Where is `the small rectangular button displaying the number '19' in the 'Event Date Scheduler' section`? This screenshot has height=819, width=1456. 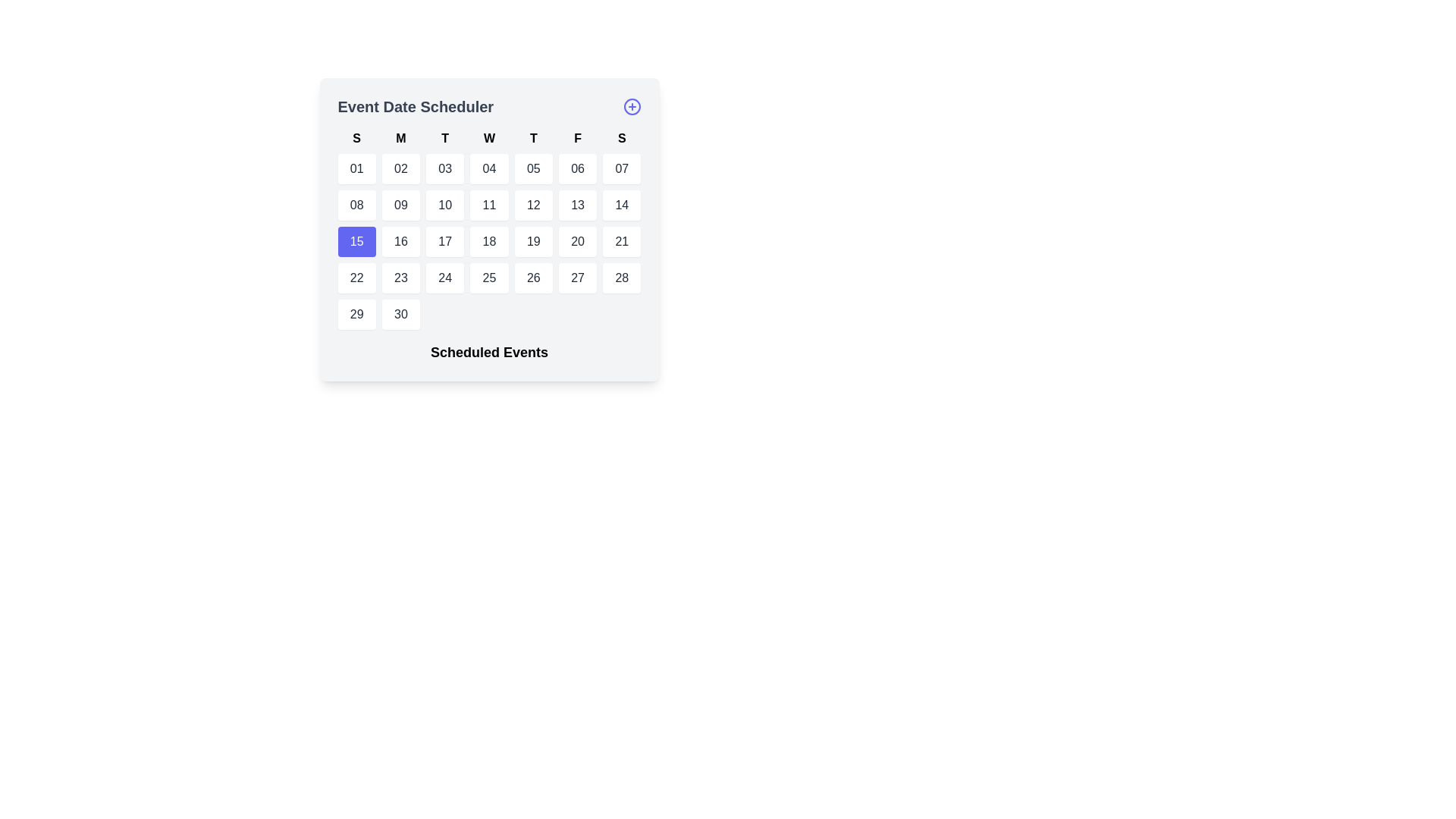
the small rectangular button displaying the number '19' in the 'Event Date Scheduler' section is located at coordinates (533, 241).